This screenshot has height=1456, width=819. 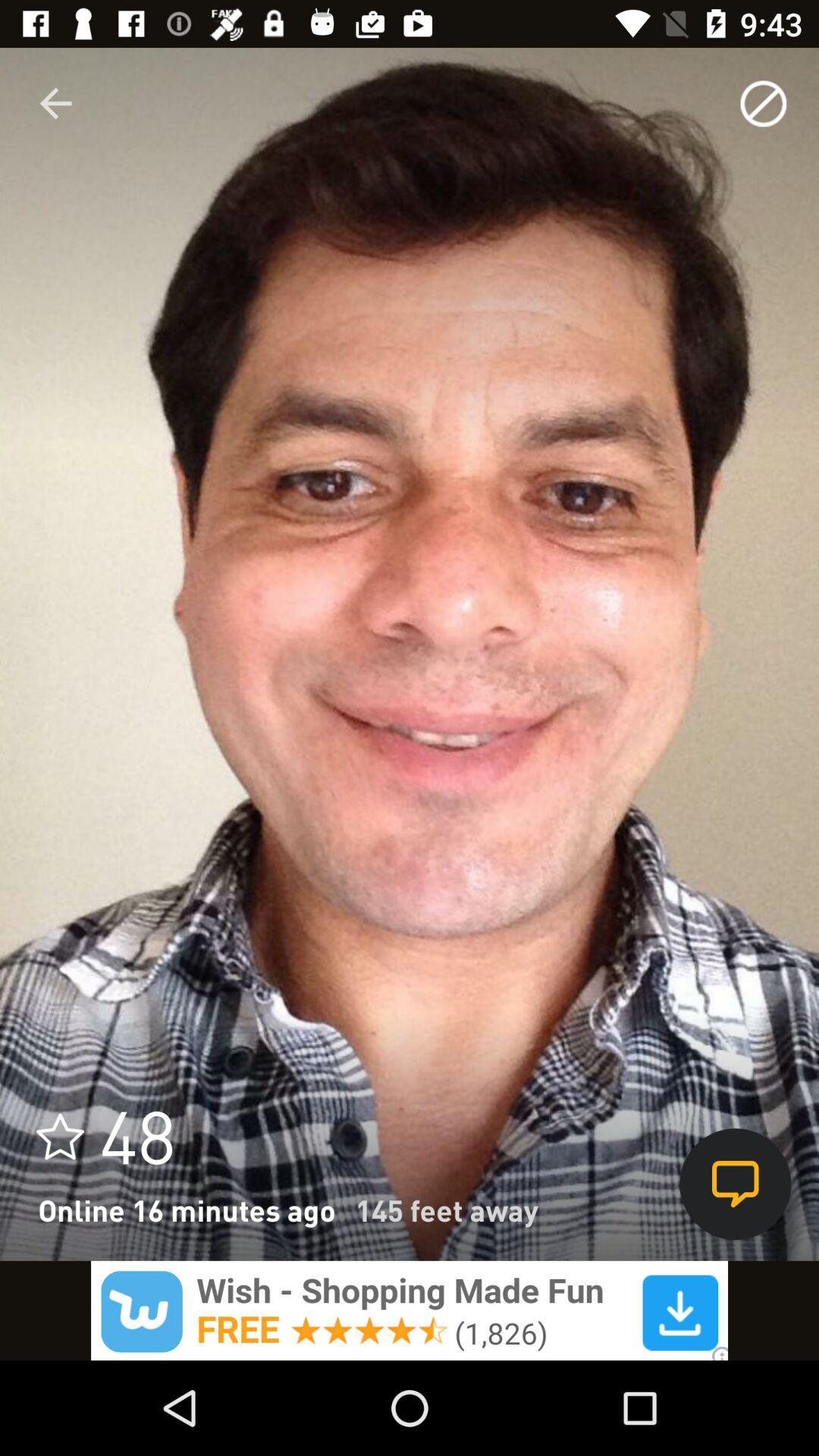 I want to click on the chat icon, so click(x=734, y=1183).